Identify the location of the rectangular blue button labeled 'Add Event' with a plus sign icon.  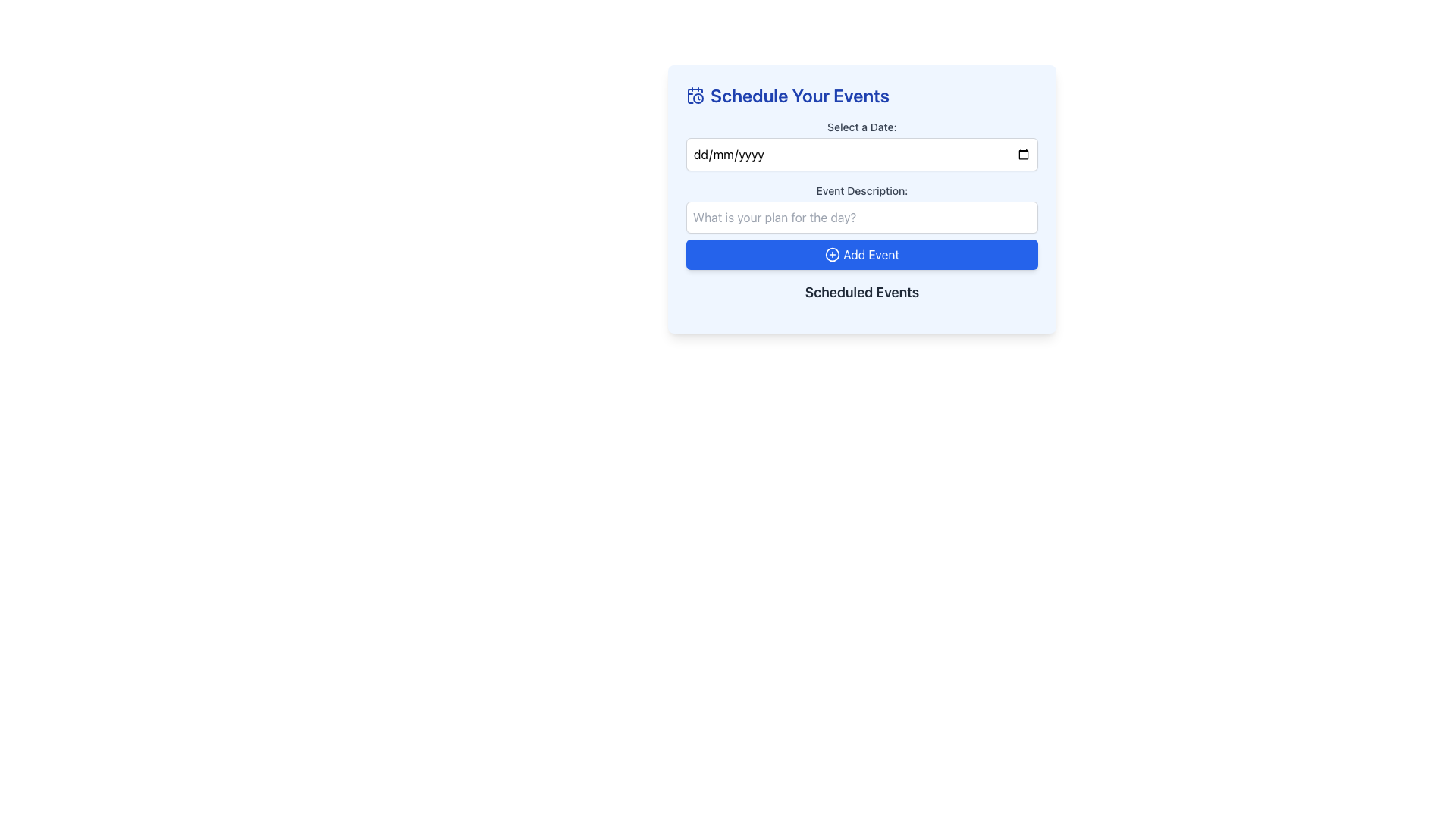
(862, 253).